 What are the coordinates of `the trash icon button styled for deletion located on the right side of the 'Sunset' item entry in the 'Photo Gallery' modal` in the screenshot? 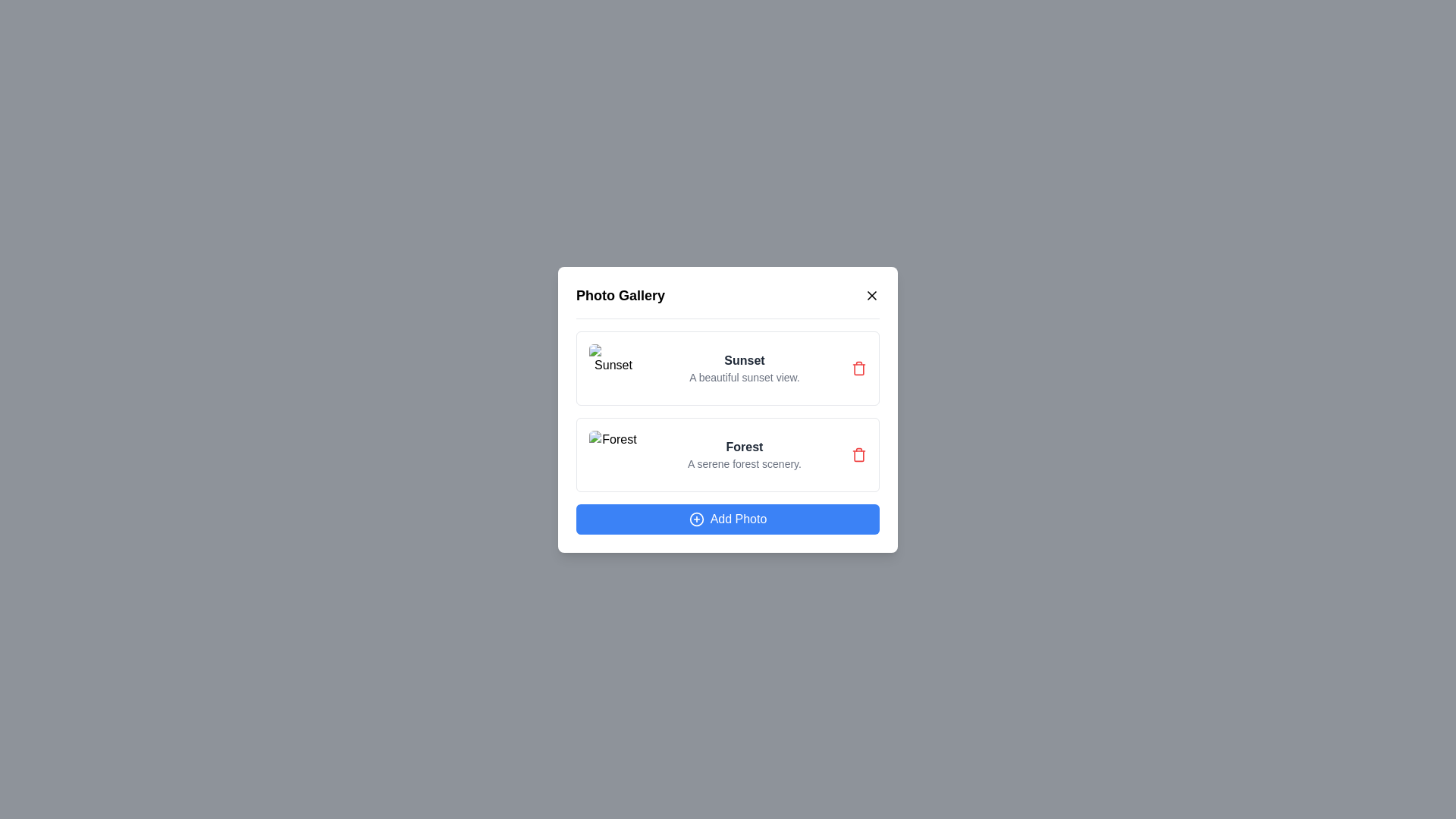 It's located at (858, 369).